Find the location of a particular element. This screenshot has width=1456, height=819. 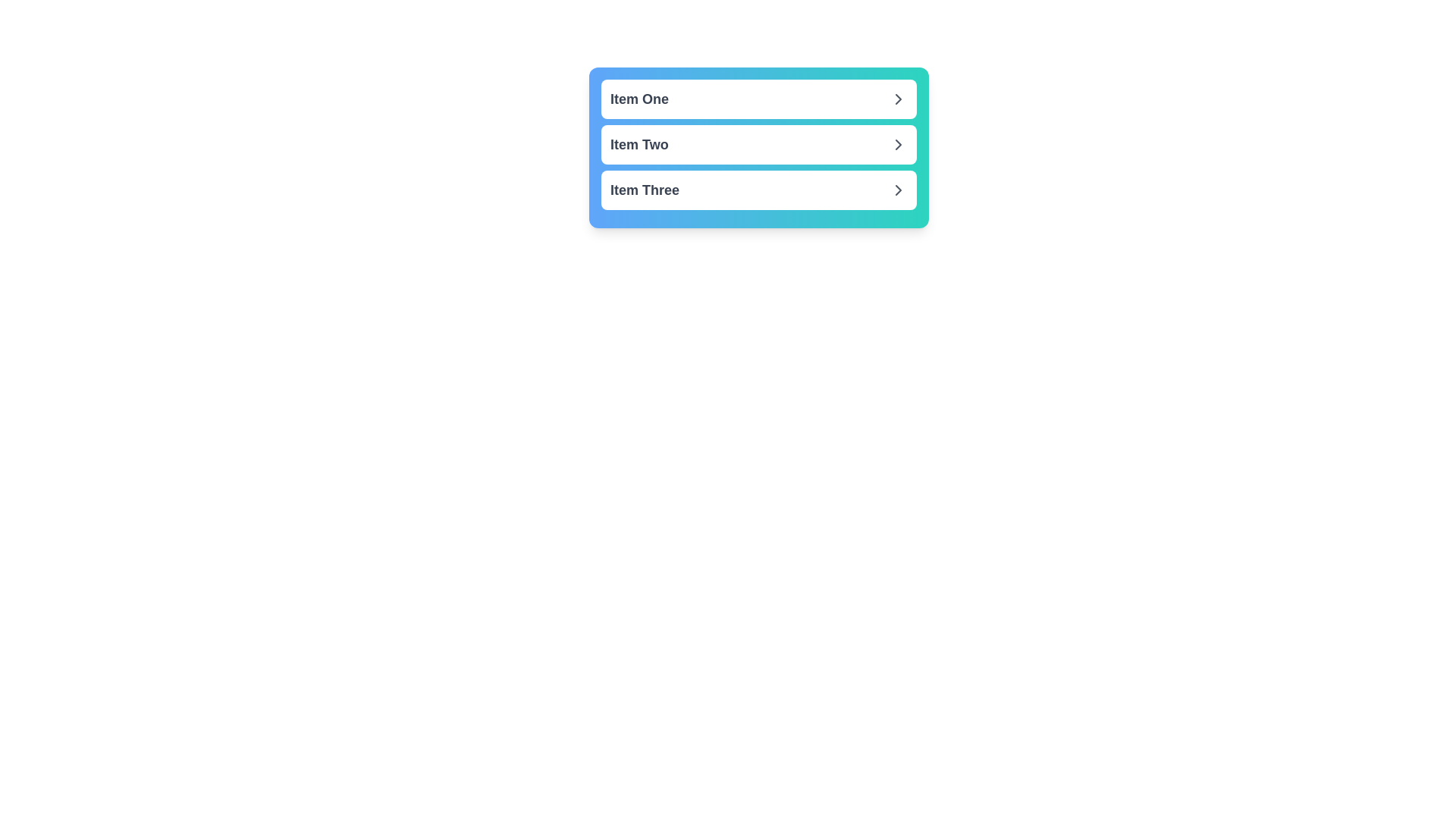

the first selectable item in the list for navigation via keyboard is located at coordinates (759, 99).